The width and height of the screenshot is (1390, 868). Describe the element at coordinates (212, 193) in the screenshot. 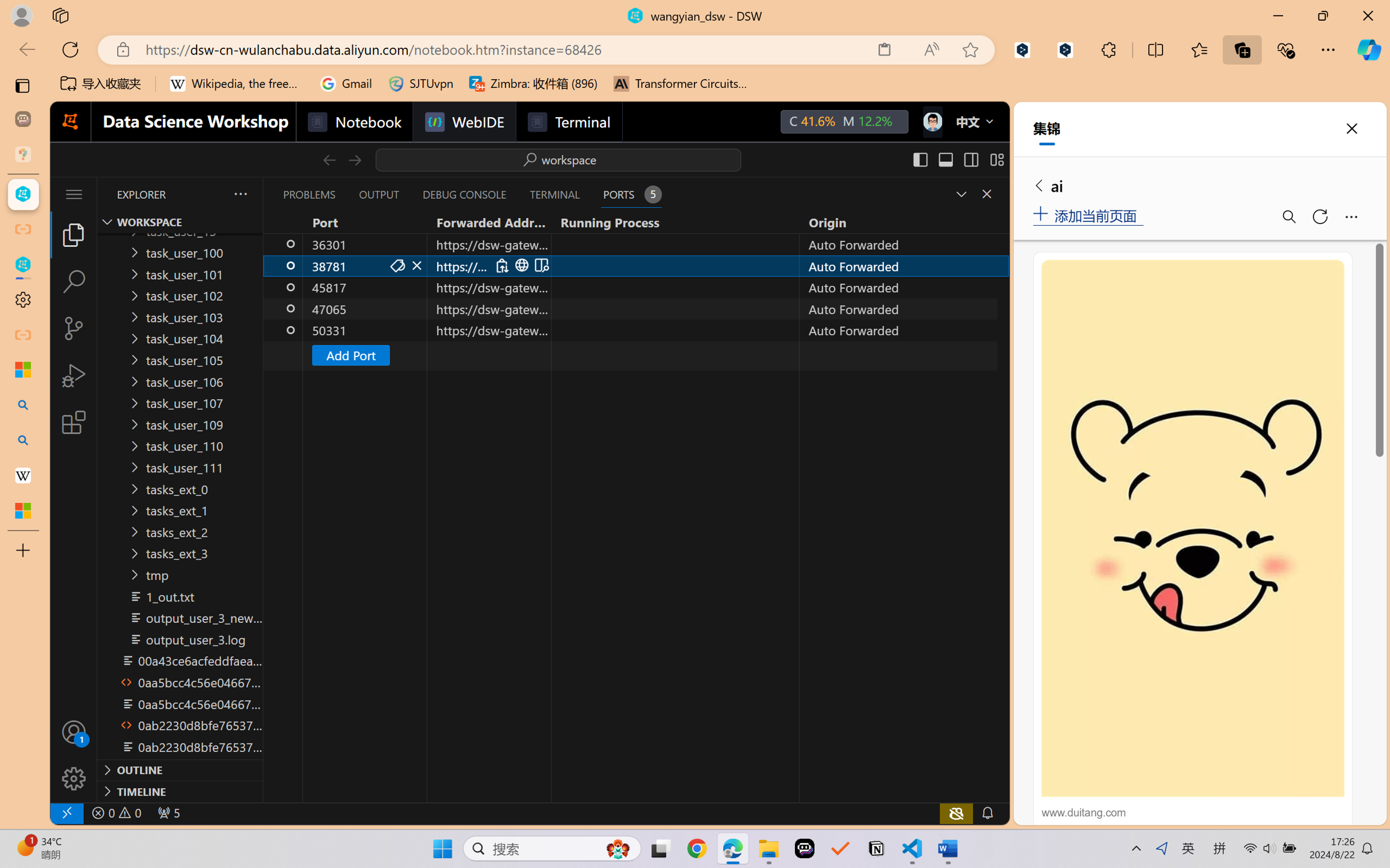

I see `'Explorer actions'` at that location.